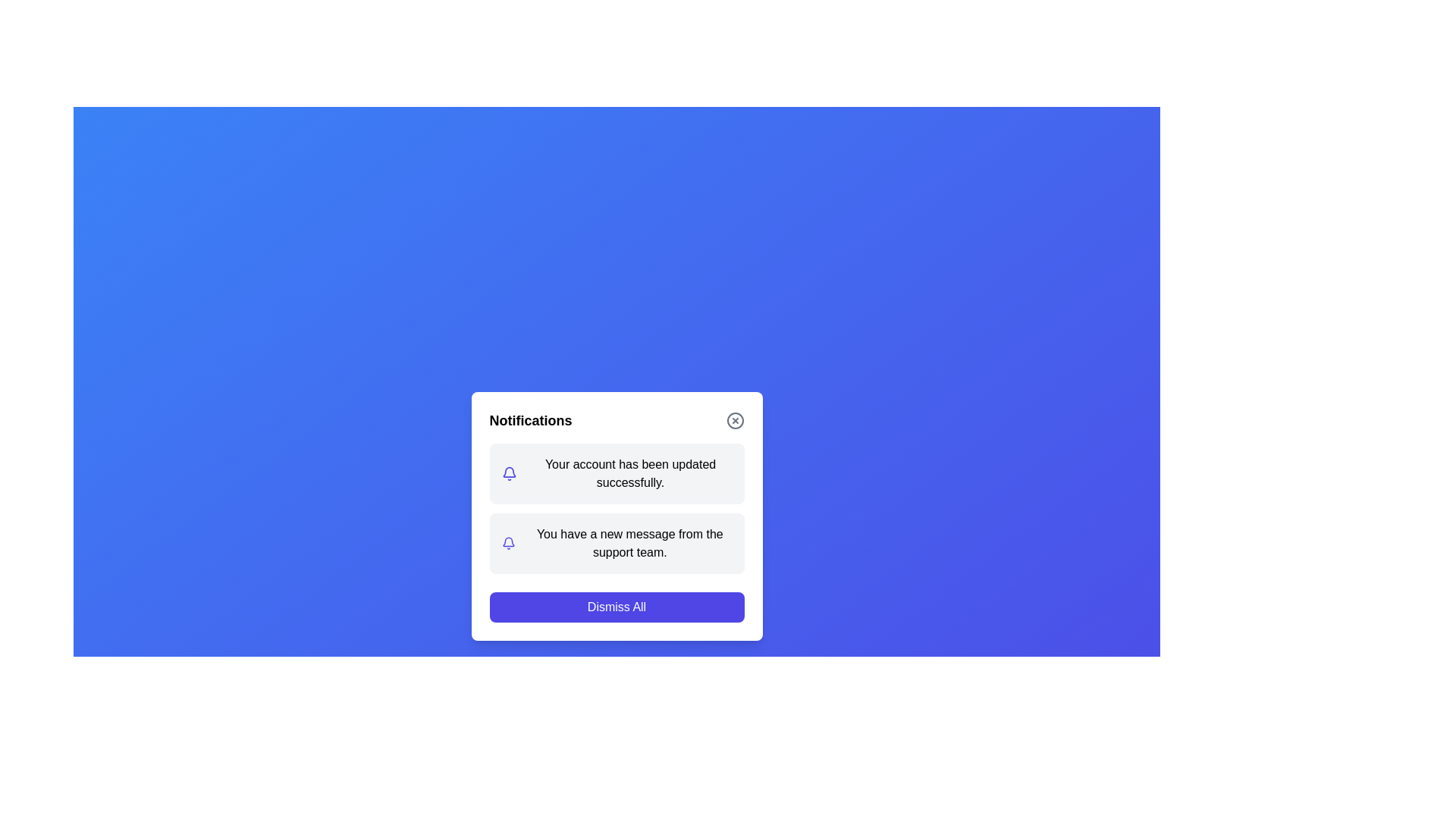 Image resolution: width=1456 pixels, height=819 pixels. Describe the element at coordinates (531, 421) in the screenshot. I see `the title text label at the top of the notifications popup, which serves as a static header for the dialog` at that location.